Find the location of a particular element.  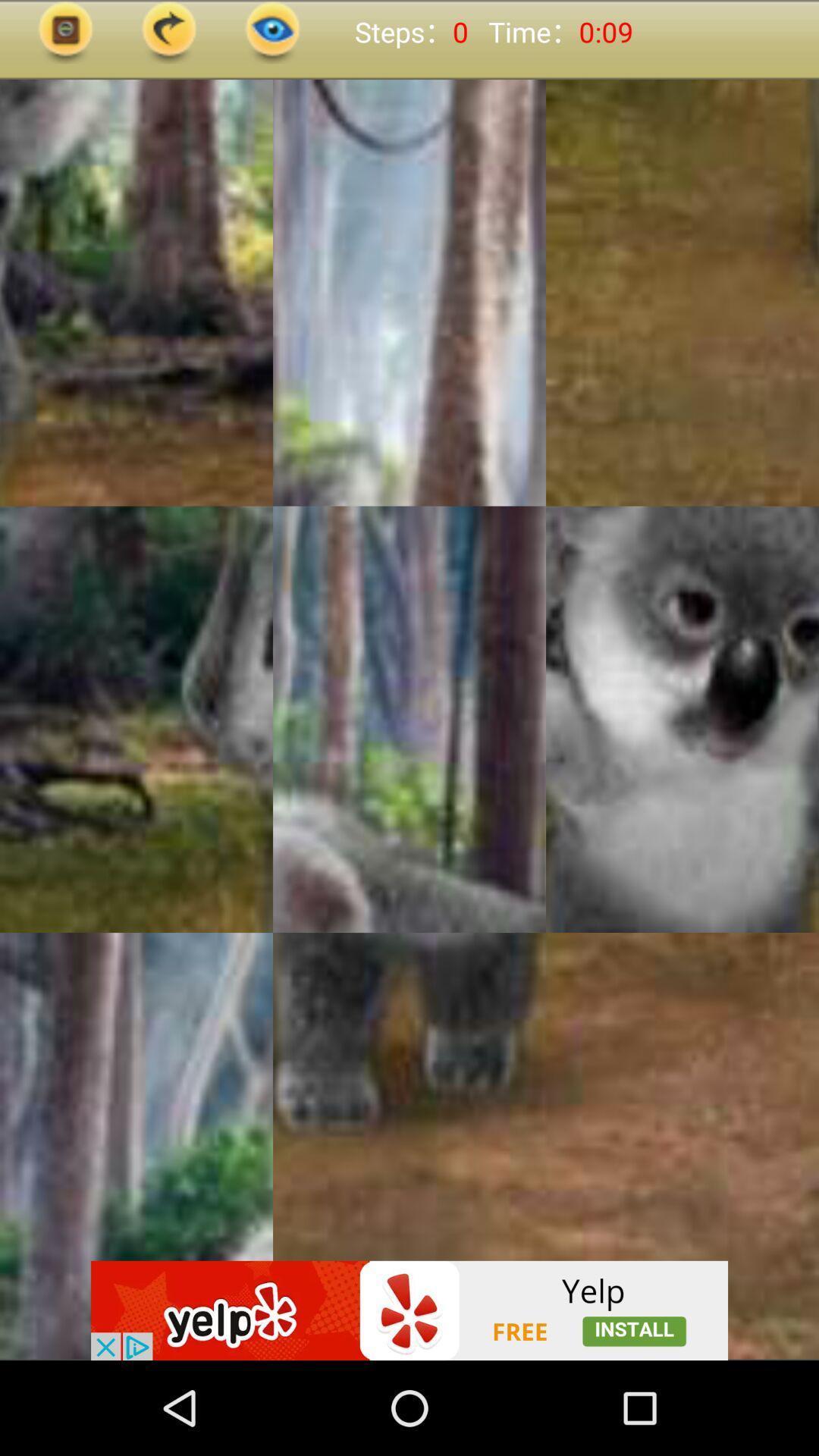

the visibility icon is located at coordinates (271, 32).